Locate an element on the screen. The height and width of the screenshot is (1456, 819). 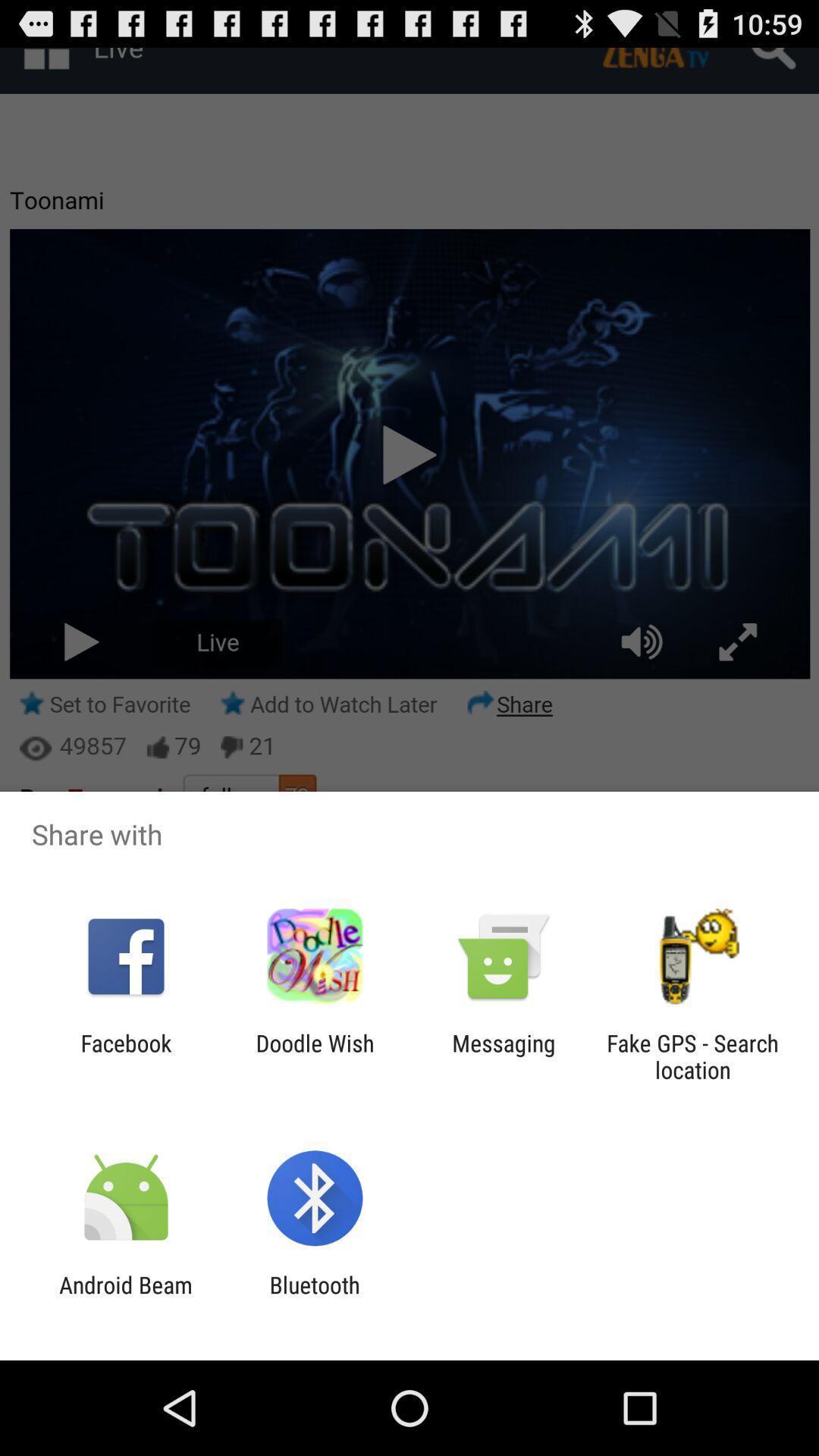
fake gps search is located at coordinates (692, 1056).